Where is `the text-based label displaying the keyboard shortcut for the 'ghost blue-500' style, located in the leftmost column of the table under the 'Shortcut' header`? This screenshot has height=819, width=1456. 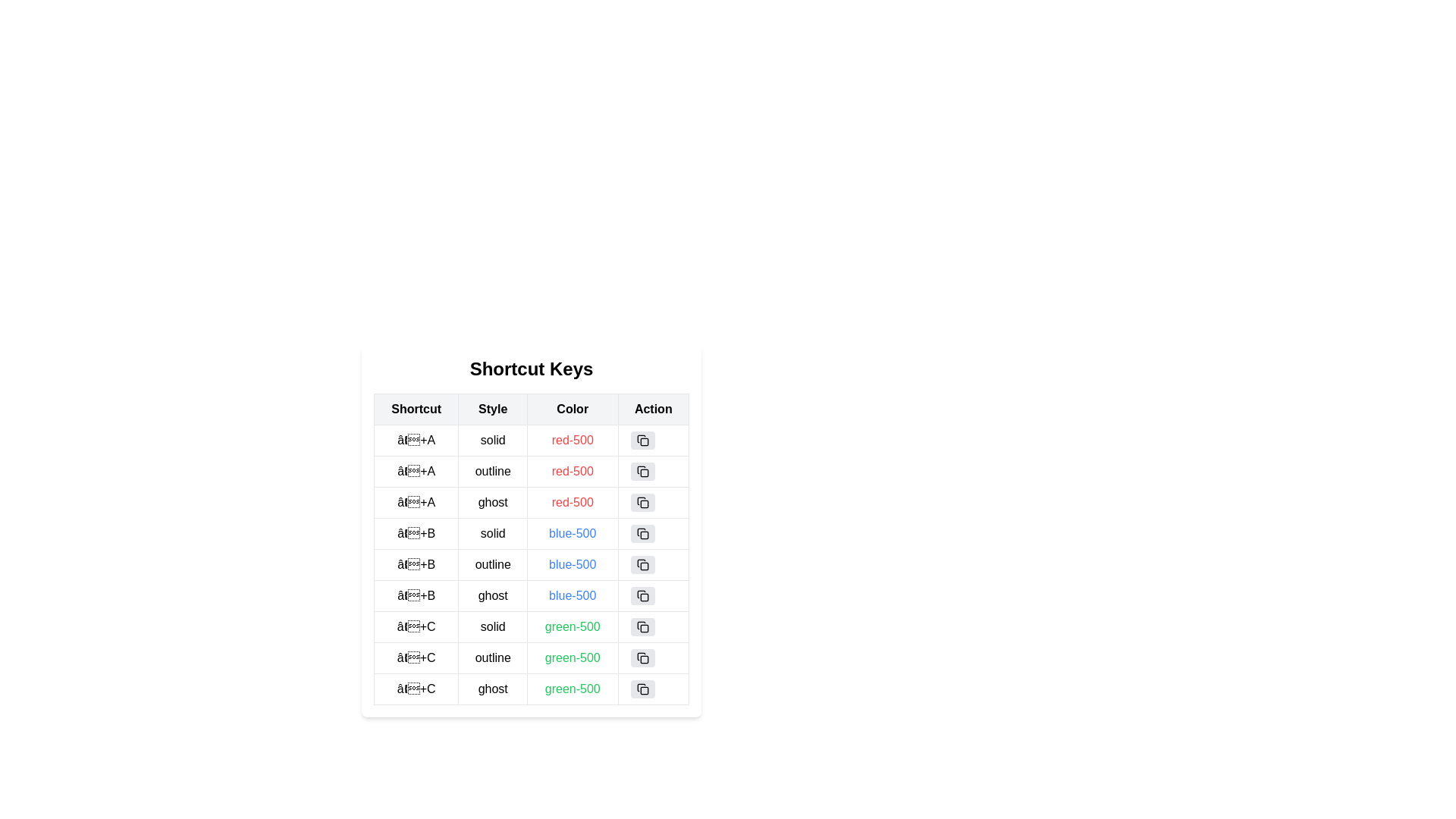
the text-based label displaying the keyboard shortcut for the 'ghost blue-500' style, located in the leftmost column of the table under the 'Shortcut' header is located at coordinates (416, 595).